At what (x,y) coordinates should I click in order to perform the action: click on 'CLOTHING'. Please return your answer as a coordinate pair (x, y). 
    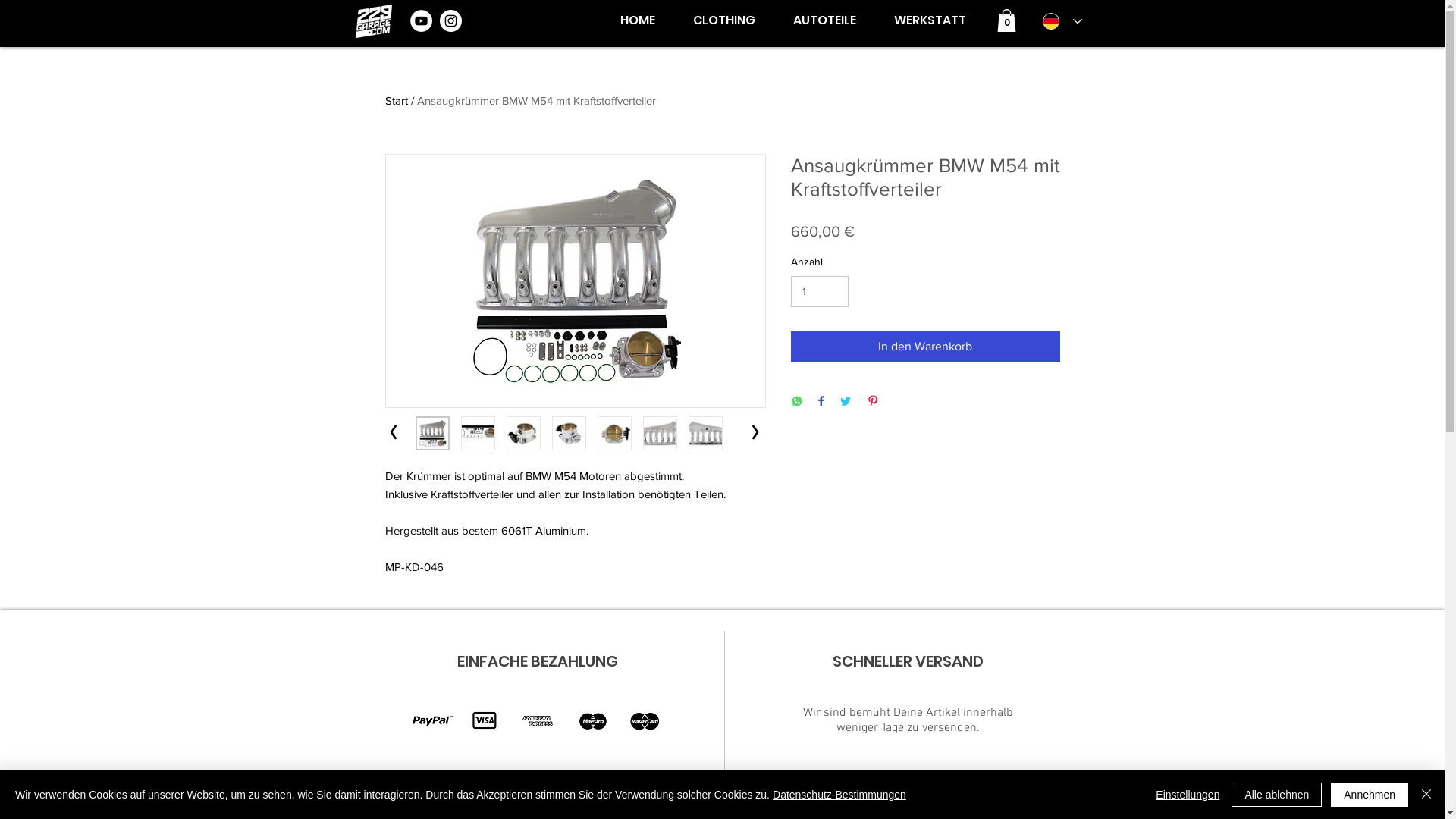
    Looking at the image, I should click on (723, 20).